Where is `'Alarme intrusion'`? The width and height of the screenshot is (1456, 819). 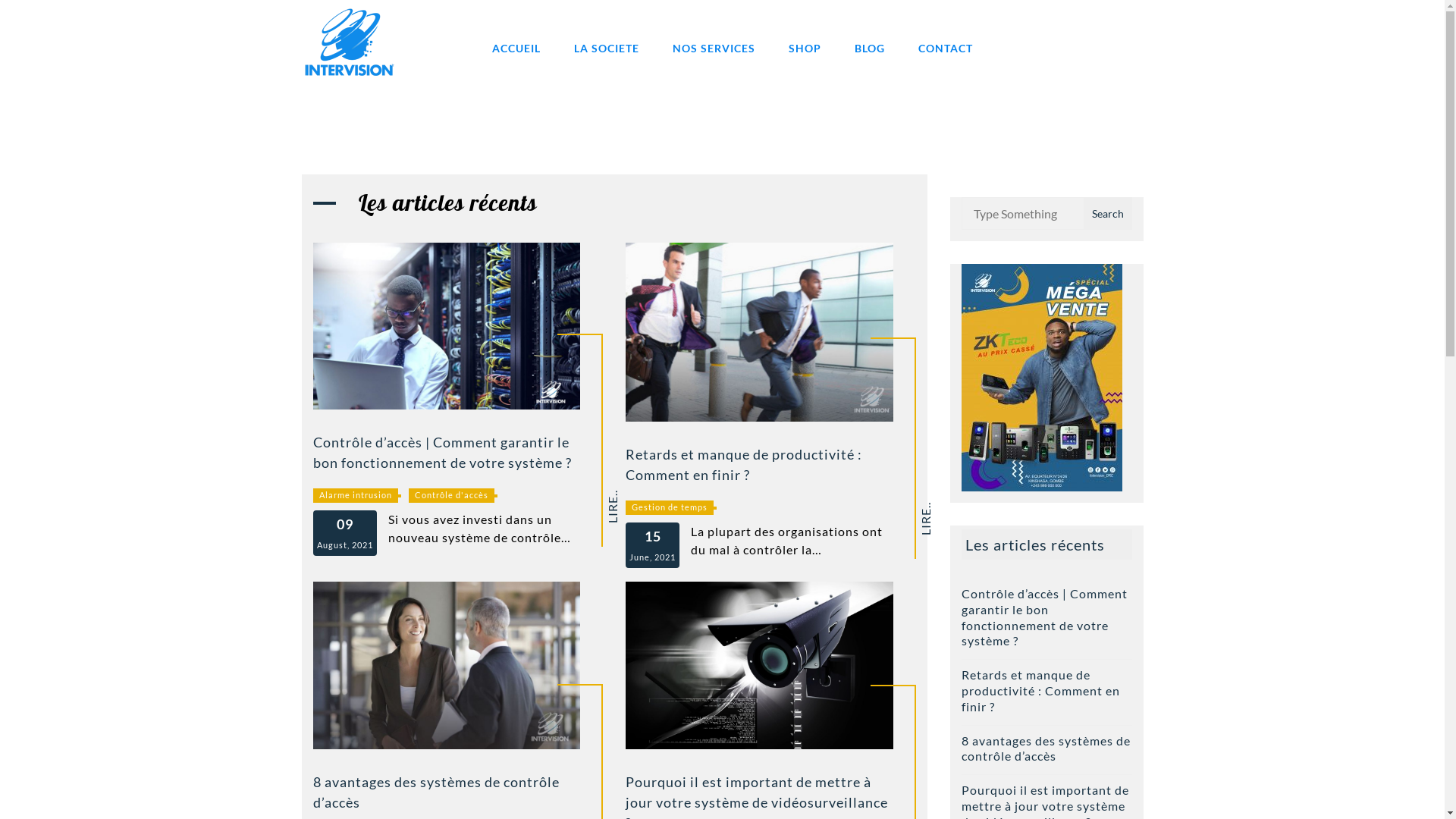 'Alarme intrusion' is located at coordinates (353, 495).